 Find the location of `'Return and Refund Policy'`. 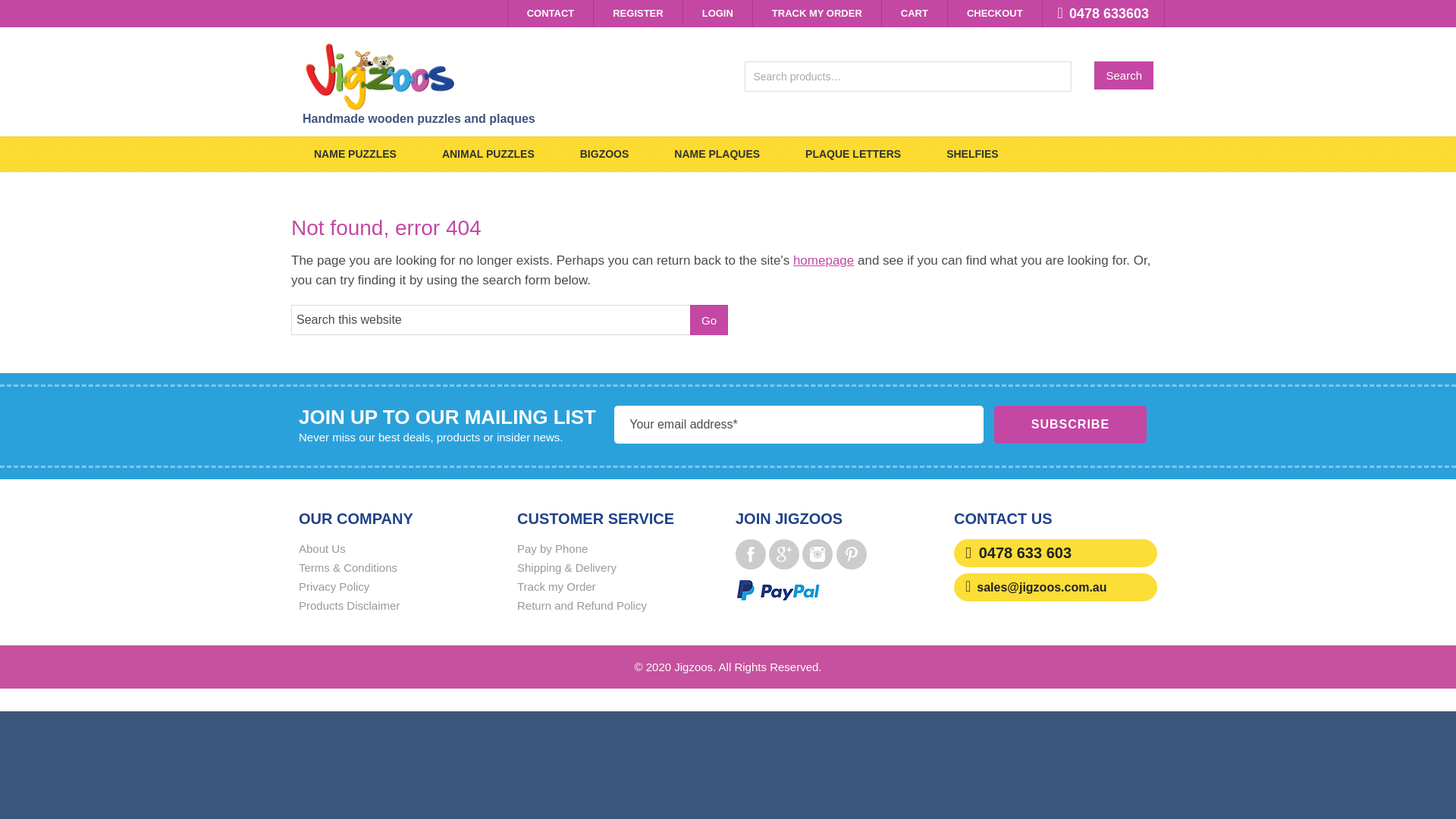

'Return and Refund Policy' is located at coordinates (516, 604).